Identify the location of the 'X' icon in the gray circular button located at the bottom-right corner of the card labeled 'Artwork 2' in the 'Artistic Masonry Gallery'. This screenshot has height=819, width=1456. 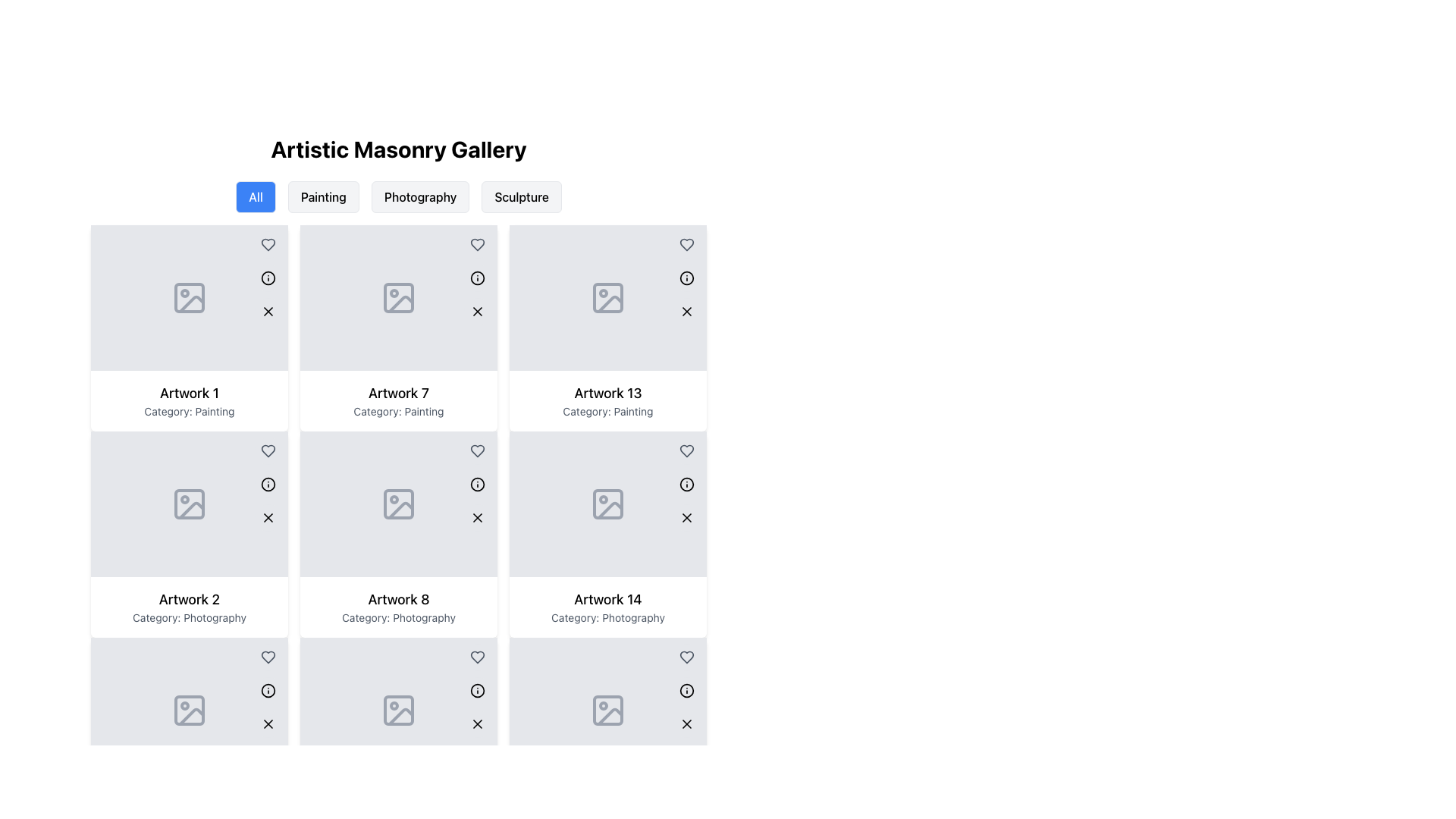
(268, 723).